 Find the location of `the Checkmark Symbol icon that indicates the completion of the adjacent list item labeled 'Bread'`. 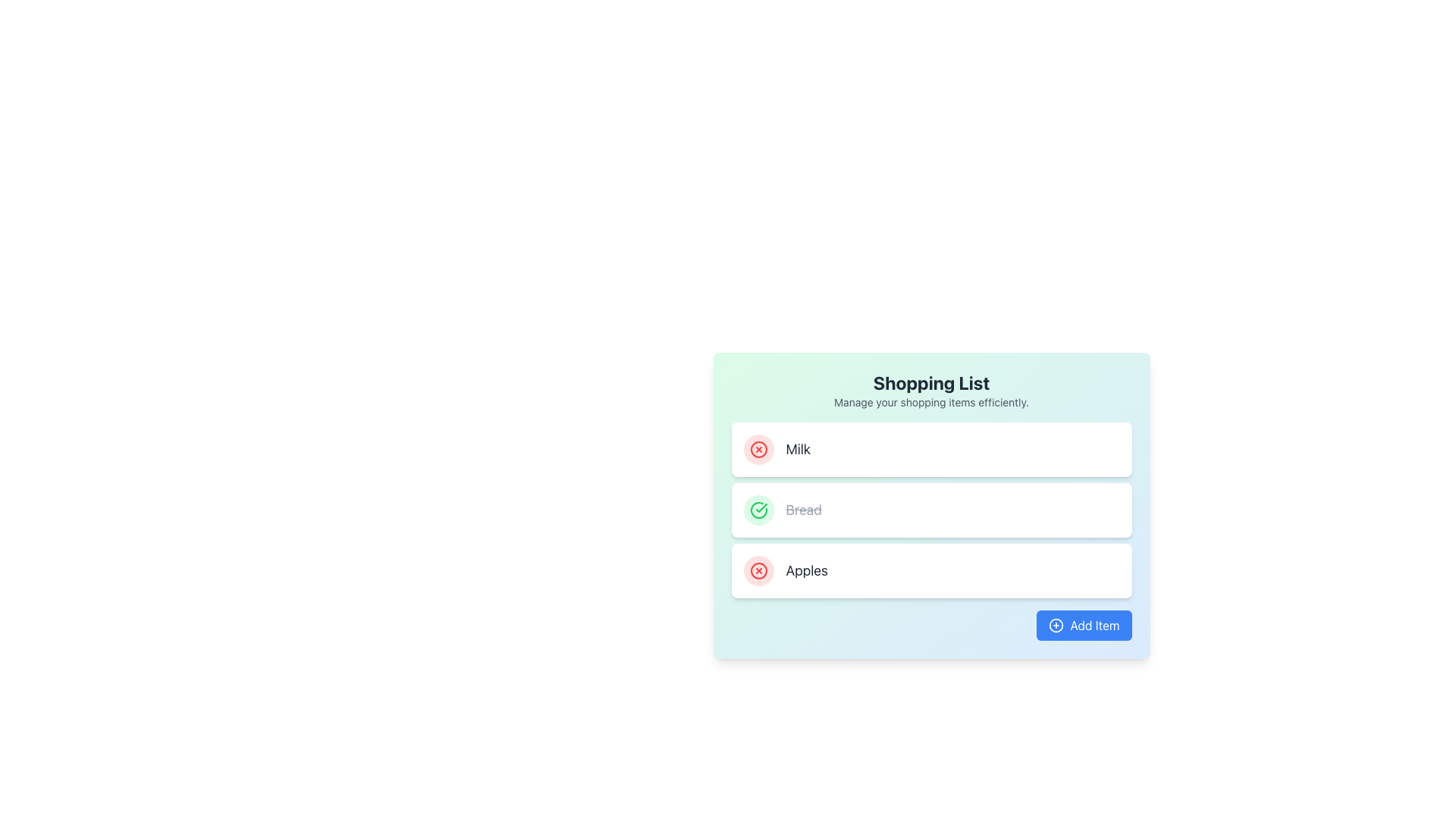

the Checkmark Symbol icon that indicates the completion of the adjacent list item labeled 'Bread' is located at coordinates (761, 508).